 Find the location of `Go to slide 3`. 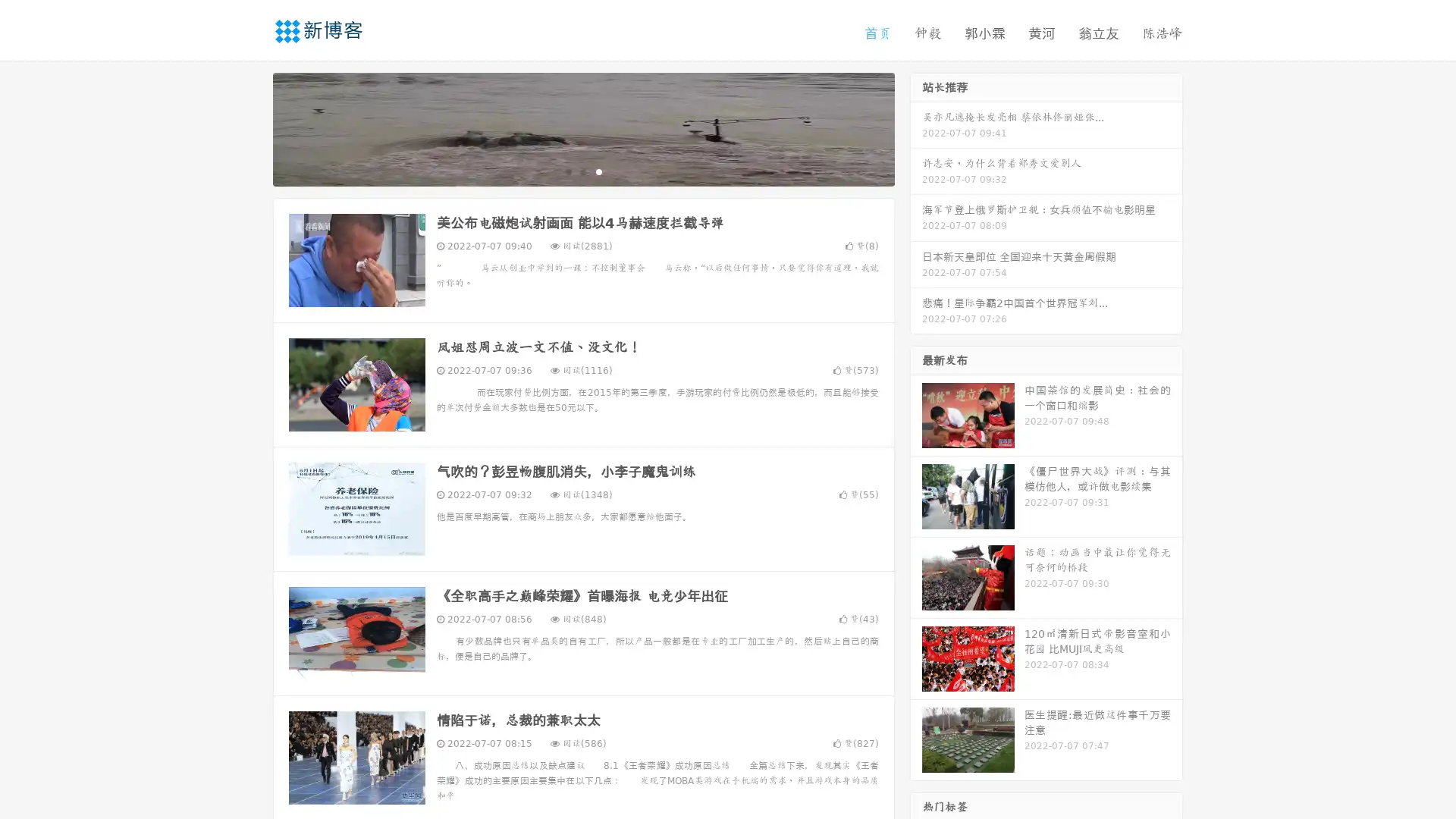

Go to slide 3 is located at coordinates (598, 171).